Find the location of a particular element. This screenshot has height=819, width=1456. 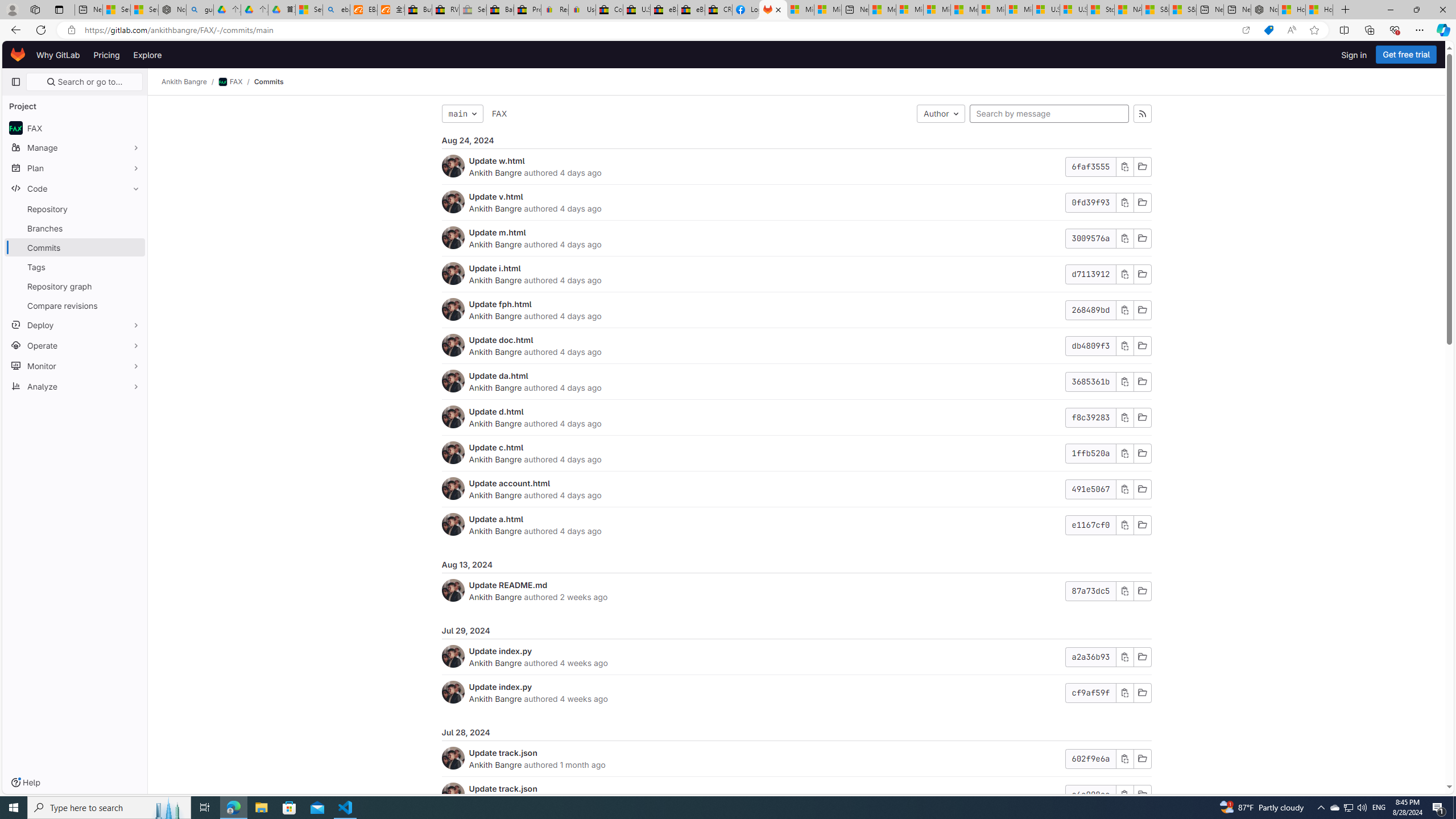

'Plan' is located at coordinates (74, 167).